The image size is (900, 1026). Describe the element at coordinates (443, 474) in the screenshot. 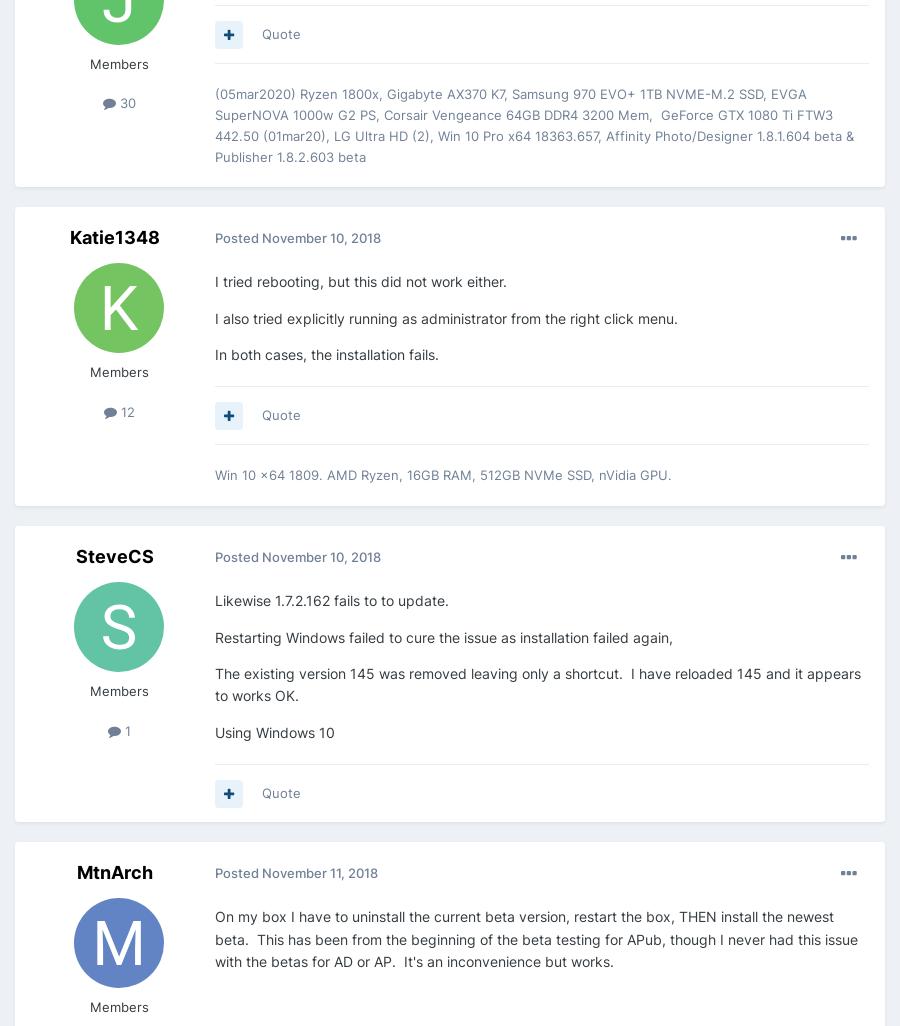

I see `'Win 10 x64 1809. AMD Ryzen, 16GB RAM, 512GB NVMe SSD, nVidia GPU.'` at that location.